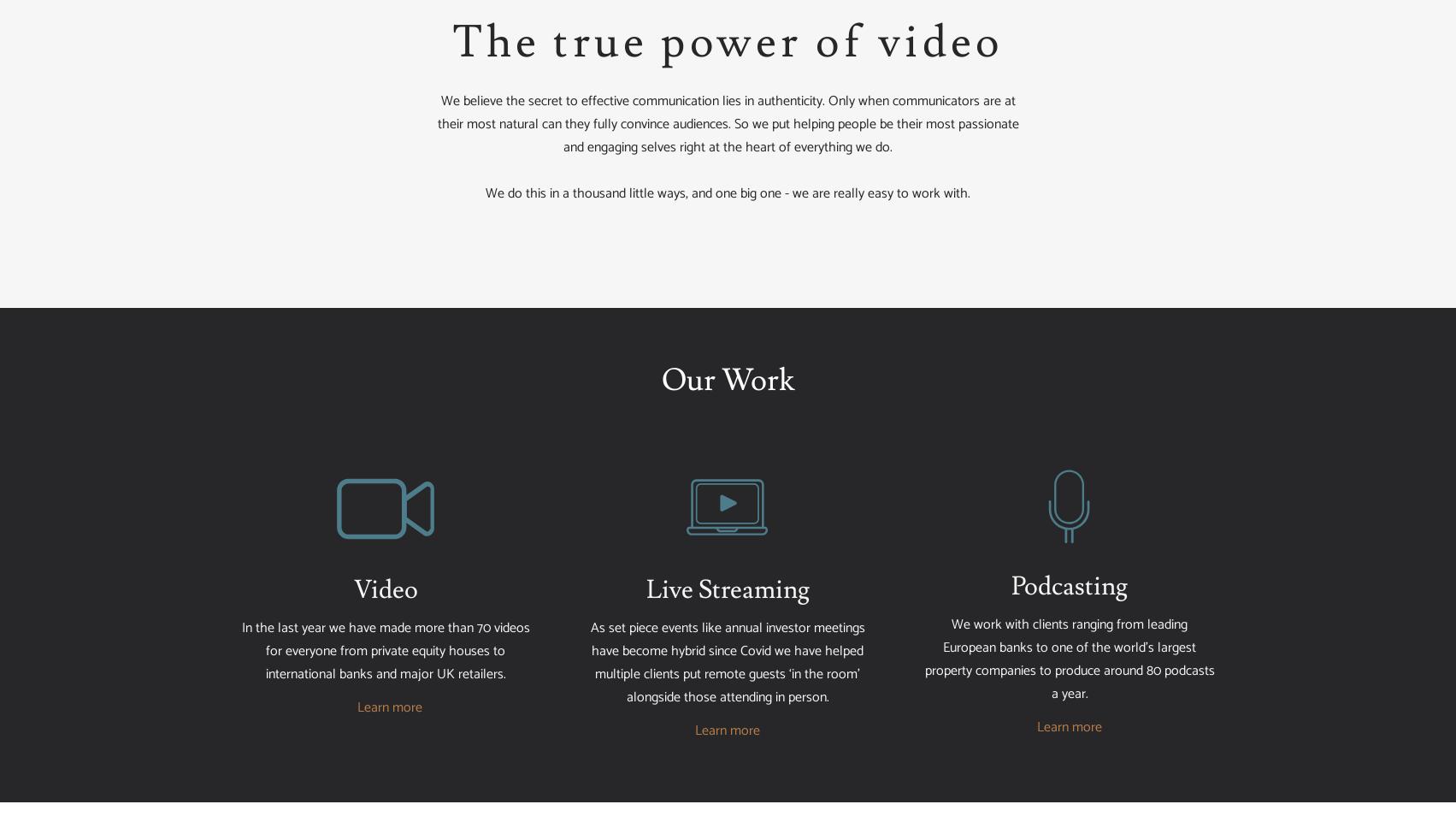 The width and height of the screenshot is (1456, 822). Describe the element at coordinates (1069, 585) in the screenshot. I see `'Podcasting'` at that location.